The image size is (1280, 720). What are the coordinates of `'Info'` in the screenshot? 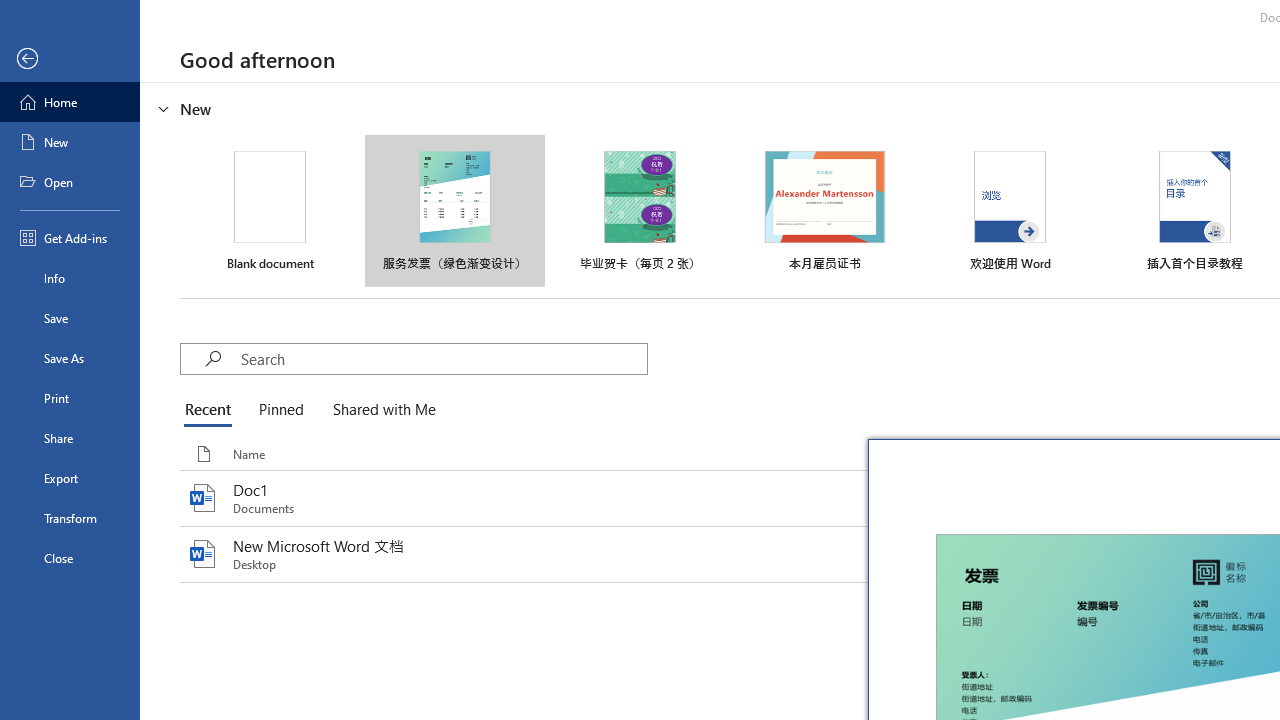 It's located at (69, 277).